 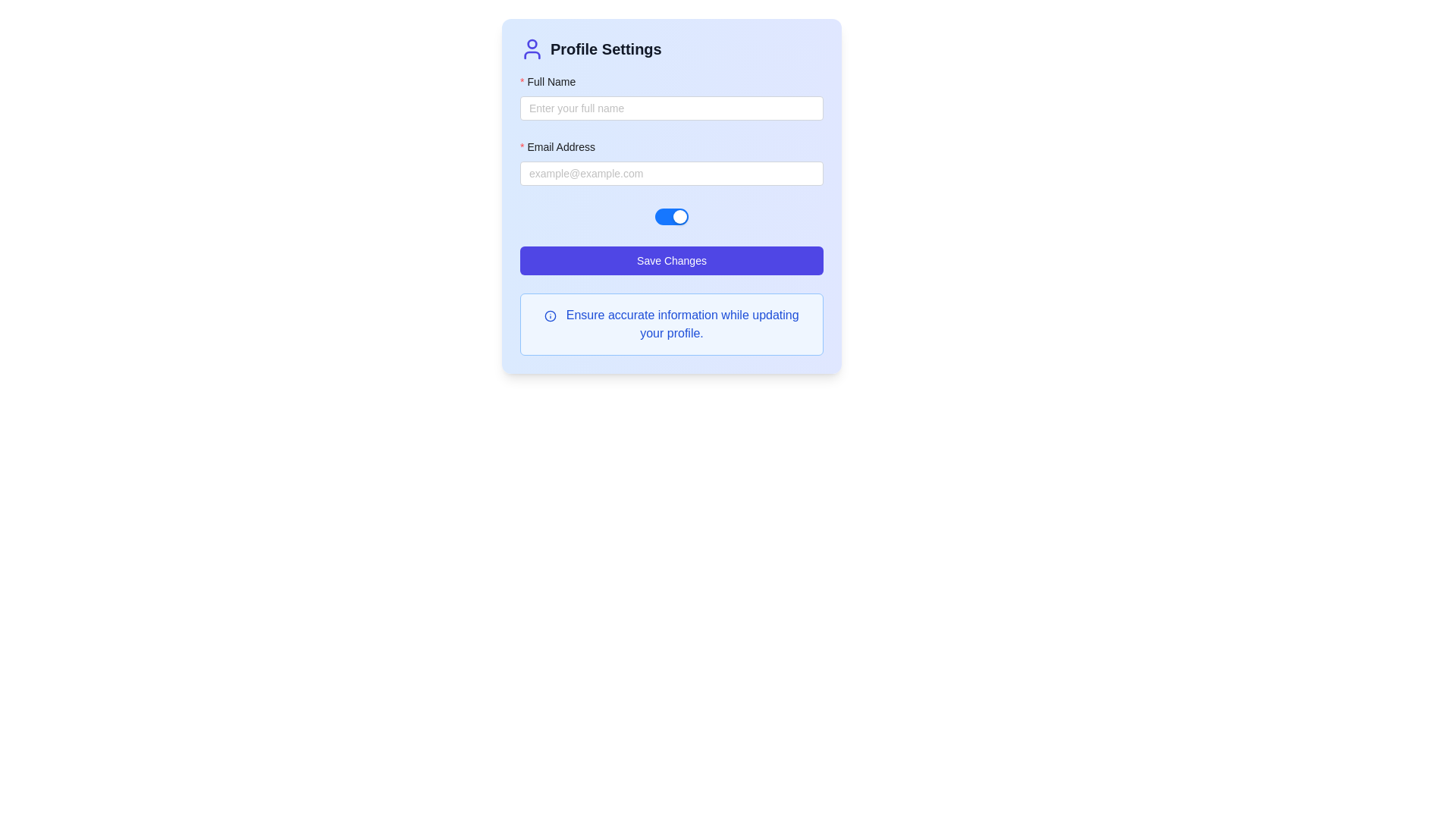 What do you see at coordinates (671, 172) in the screenshot?
I see `the text input field for entering an email address, located directly below the 'Email Address' label in the middle column of the form layout` at bounding box center [671, 172].